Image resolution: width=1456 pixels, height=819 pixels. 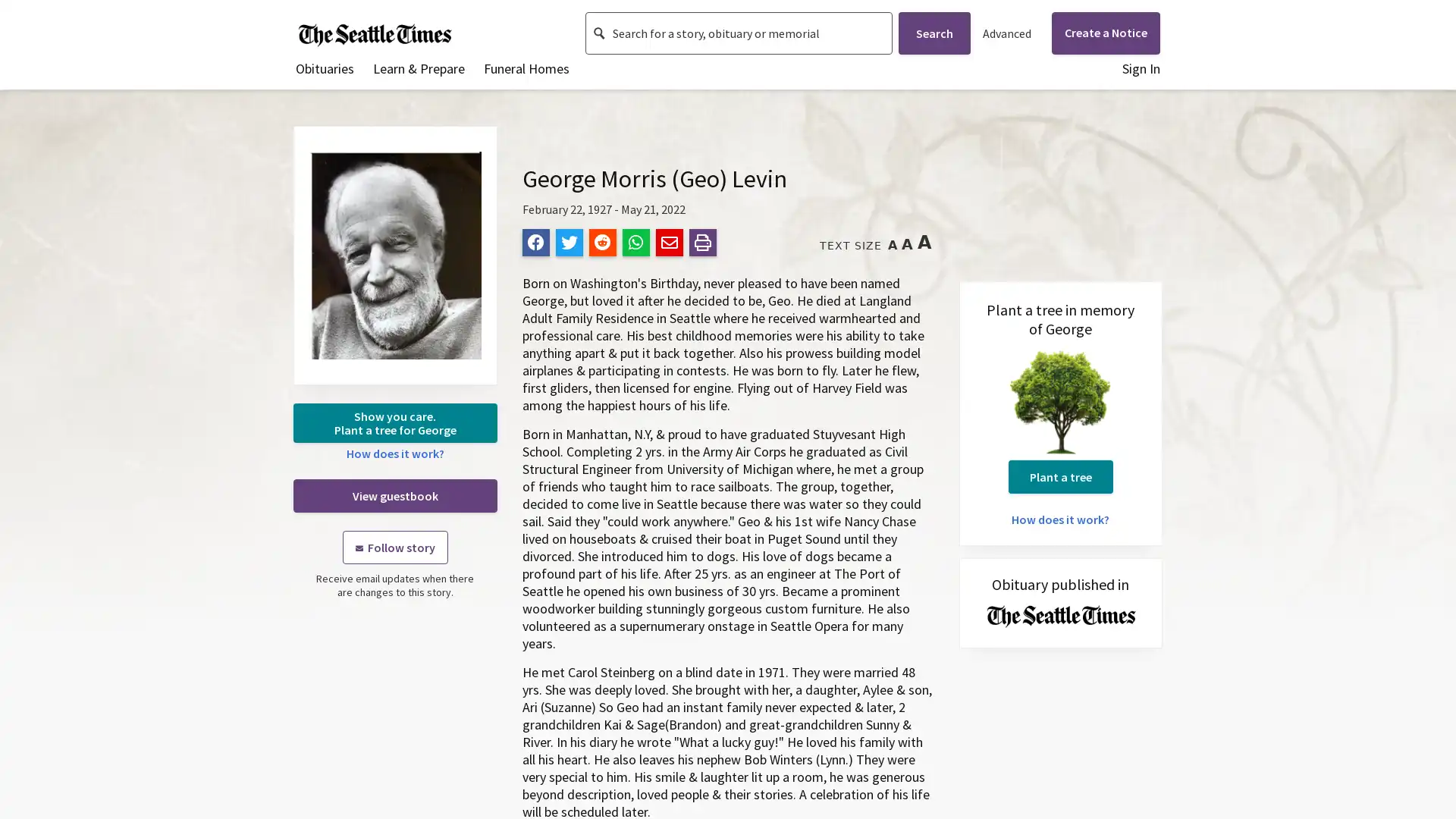 What do you see at coordinates (535, 242) in the screenshot?
I see `Facebook - Opens a new Window` at bounding box center [535, 242].